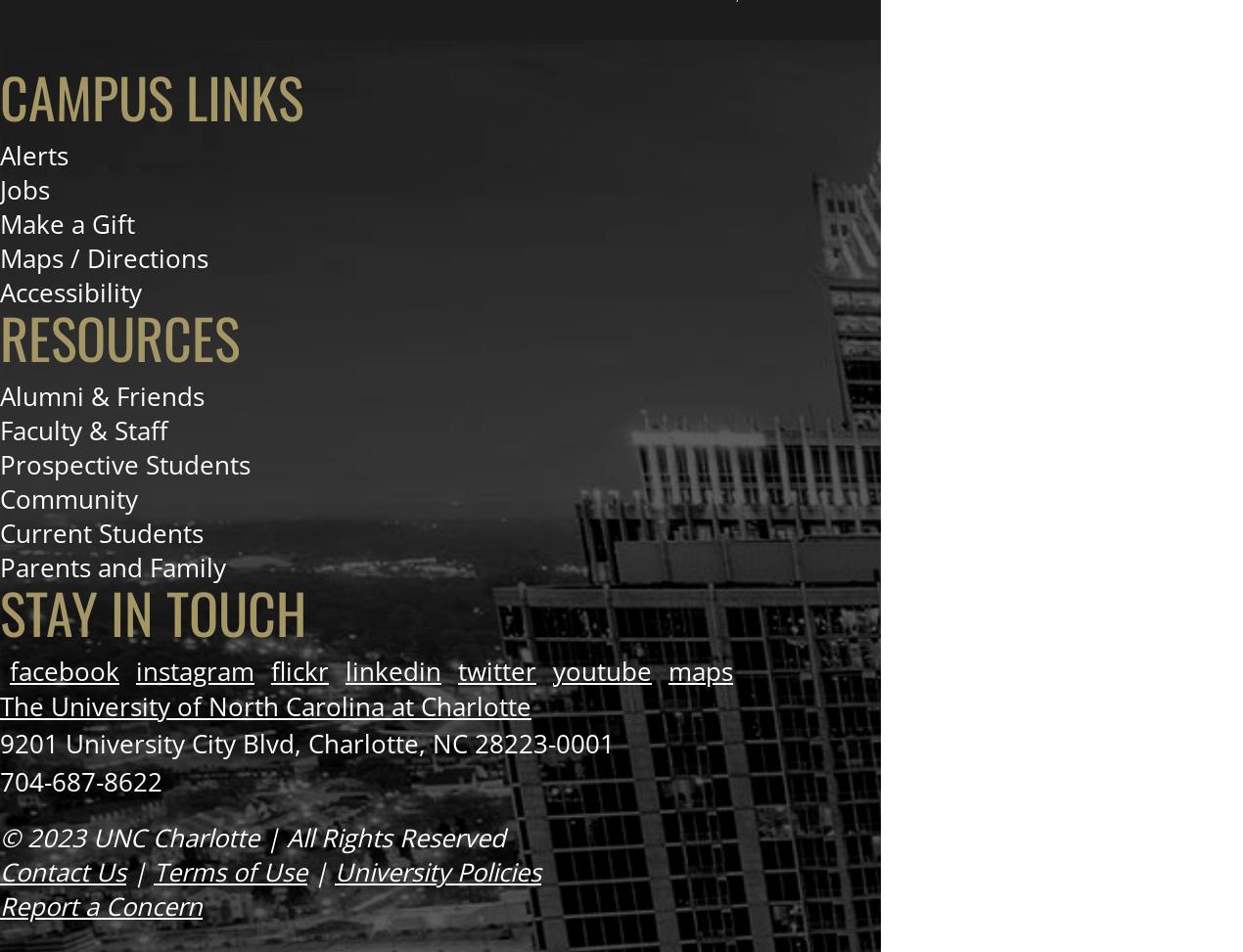  Describe the element at coordinates (119, 337) in the screenshot. I see `'Resources'` at that location.